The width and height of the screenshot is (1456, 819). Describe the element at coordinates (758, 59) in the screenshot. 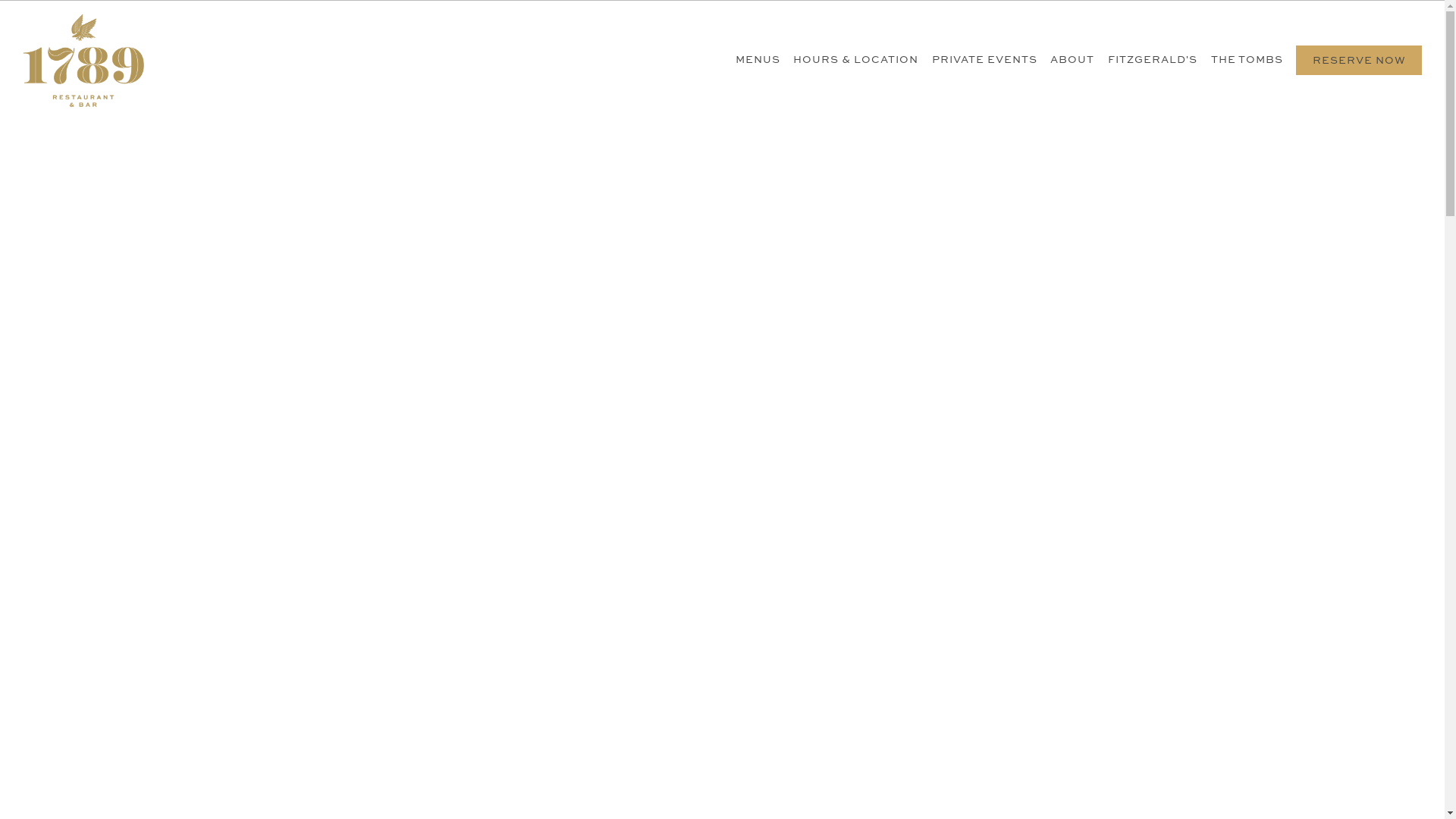

I see `'MENUS'` at that location.